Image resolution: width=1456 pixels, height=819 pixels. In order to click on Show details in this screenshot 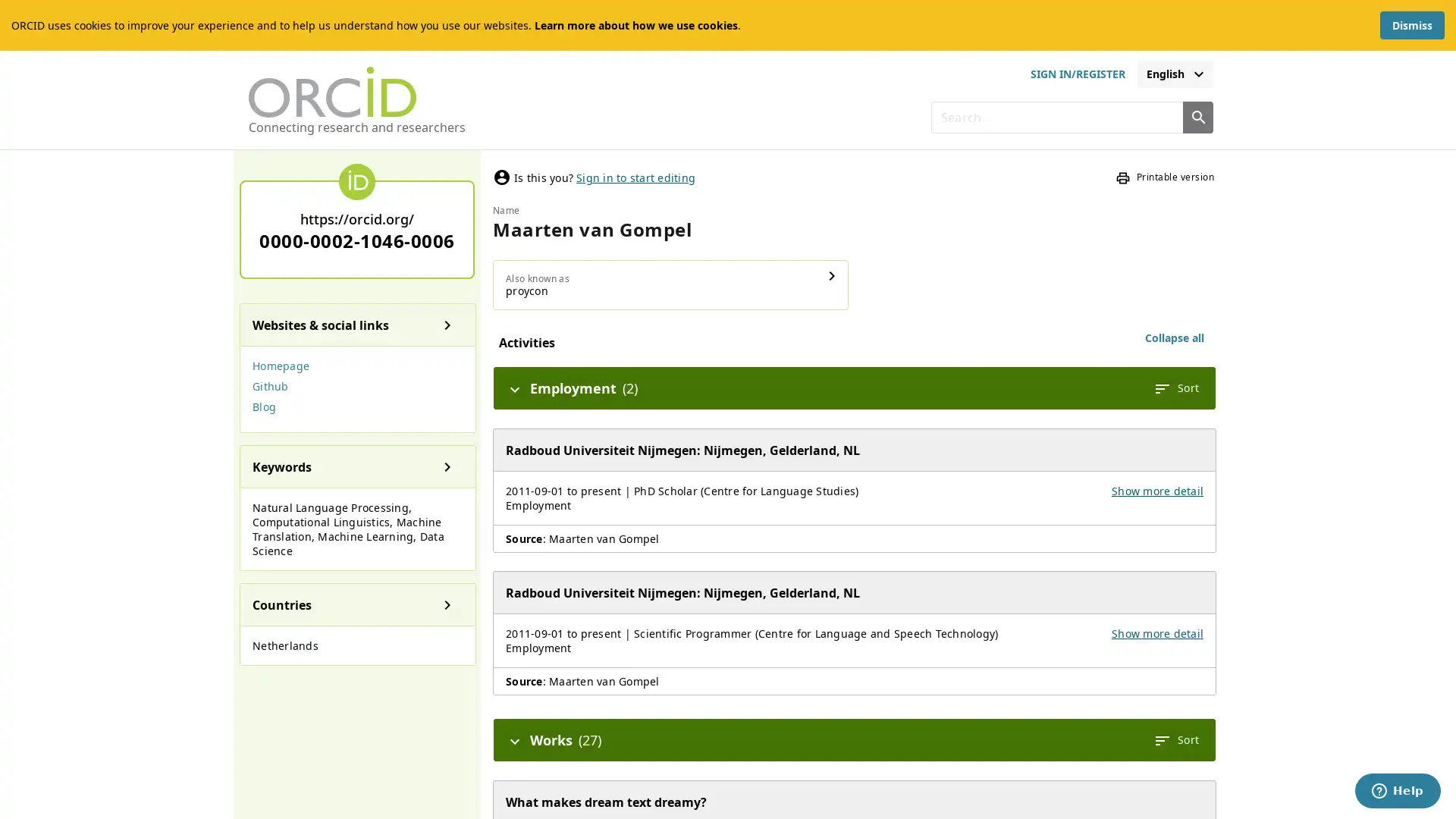, I will do `click(447, 465)`.